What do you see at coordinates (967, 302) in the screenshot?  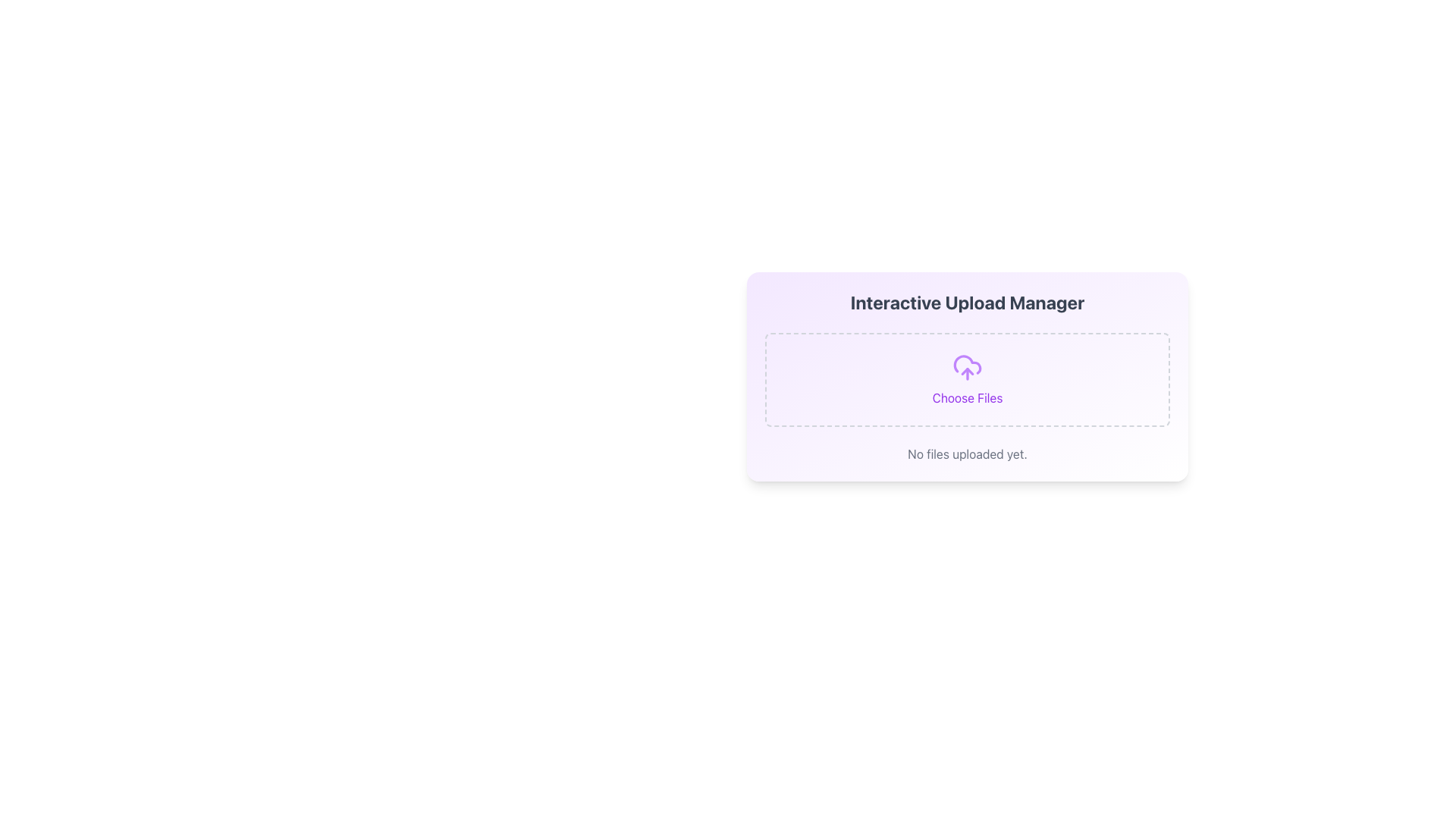 I see `the centered title text 'Interactive Upload Manager' which is prominently displayed in bold dark gray font at the top of the card component` at bounding box center [967, 302].